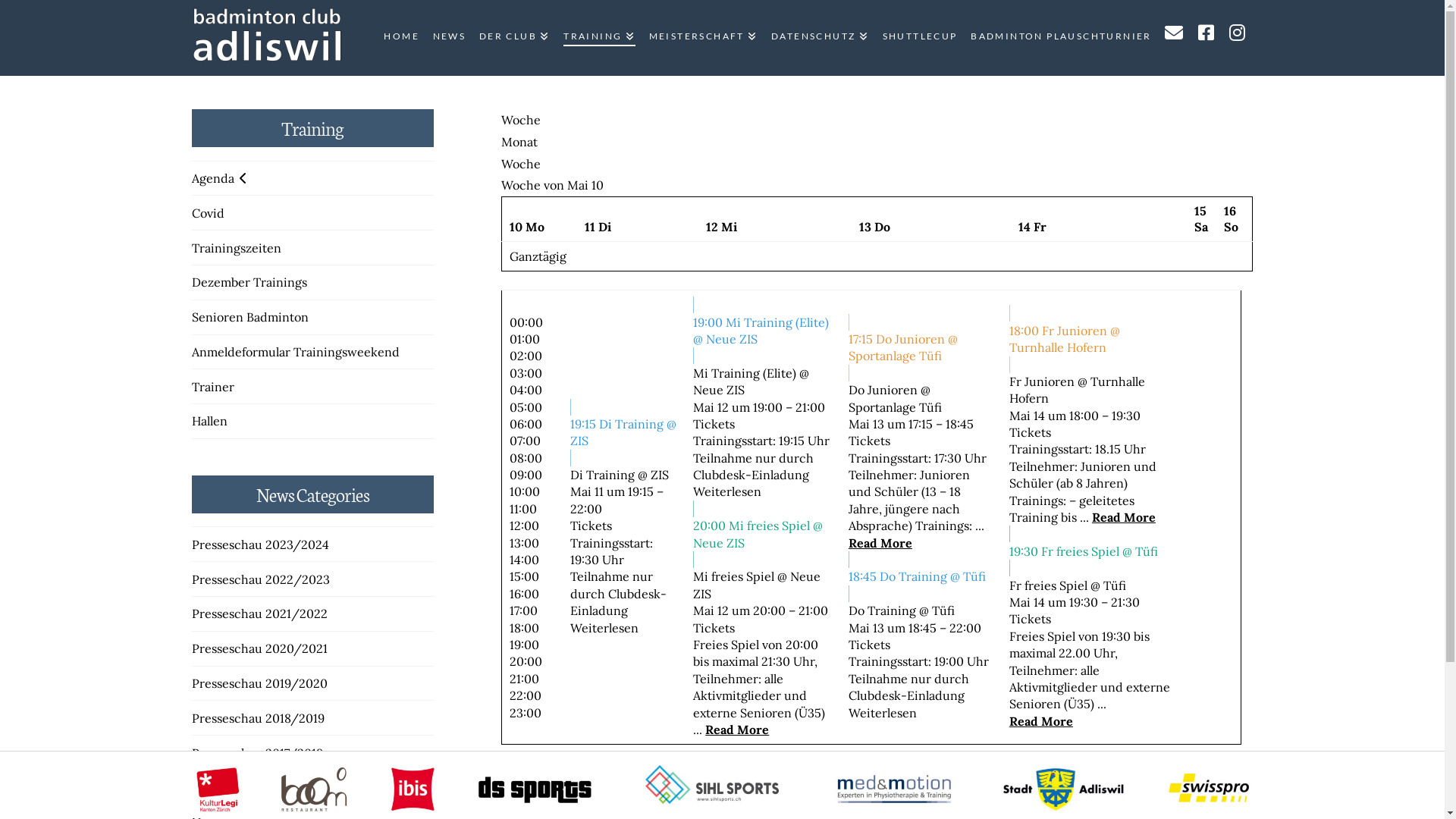  I want to click on 'Presseschau 2019/2020', so click(259, 683).